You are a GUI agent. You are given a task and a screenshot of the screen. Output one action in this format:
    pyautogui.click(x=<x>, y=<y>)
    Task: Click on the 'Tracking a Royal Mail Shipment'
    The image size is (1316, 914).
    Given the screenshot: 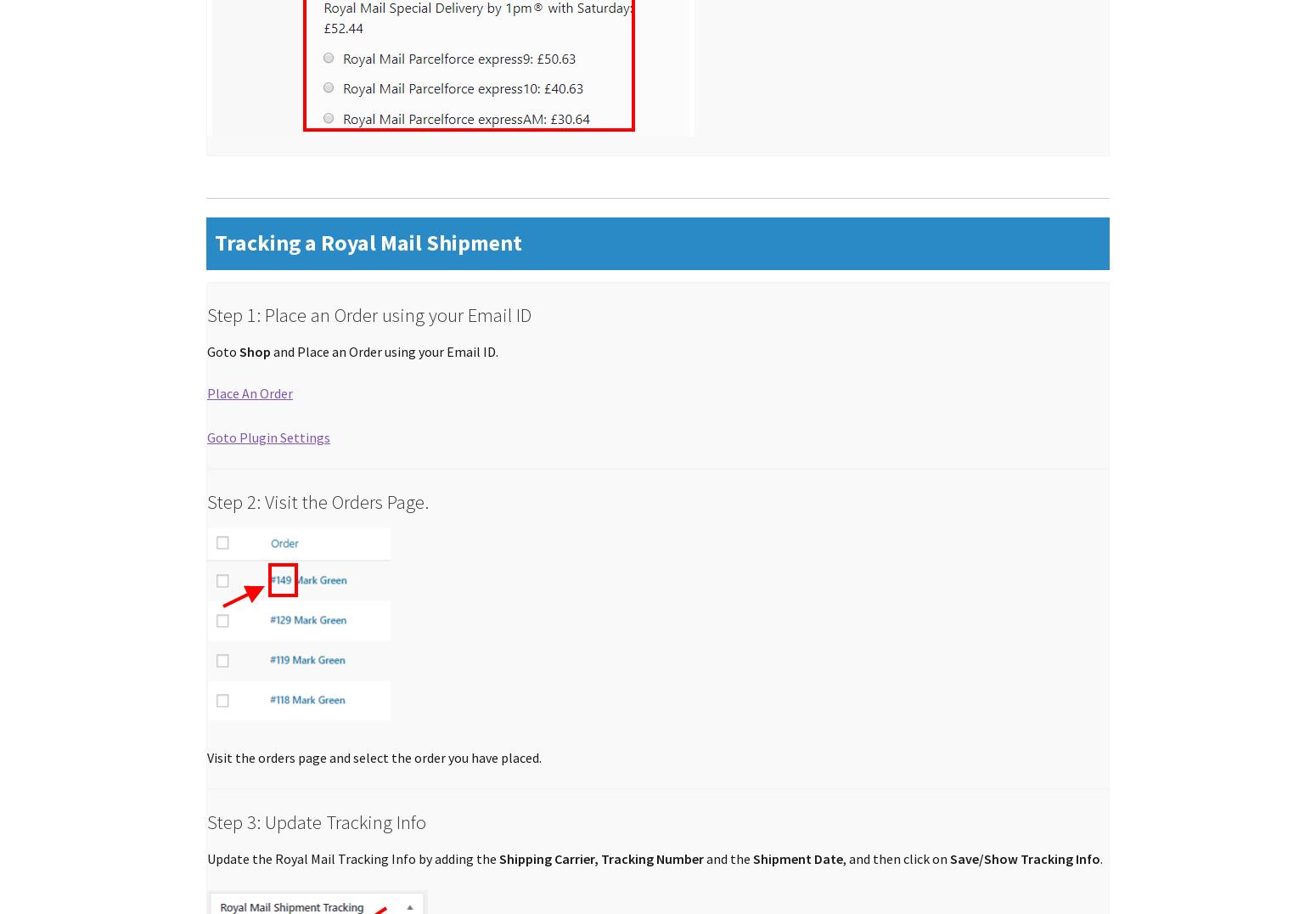 What is the action you would take?
    pyautogui.click(x=368, y=242)
    